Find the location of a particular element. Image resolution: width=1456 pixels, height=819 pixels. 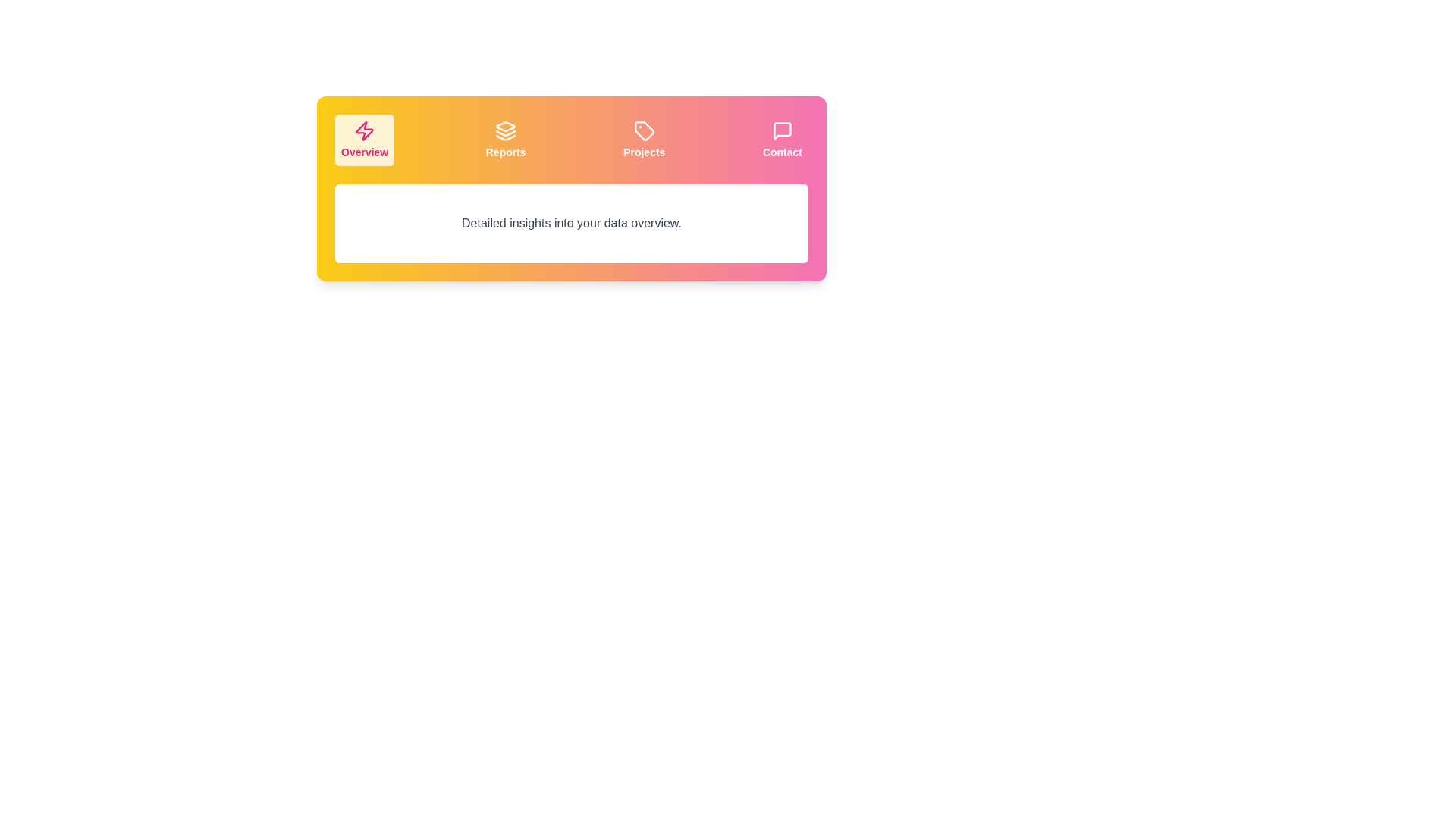

the 'Contact' text label, which is displayed in a bold font style and smaller size in a subdued pink hue, located underneath a message bubble icon in the top bar's rightmost segment is located at coordinates (783, 152).